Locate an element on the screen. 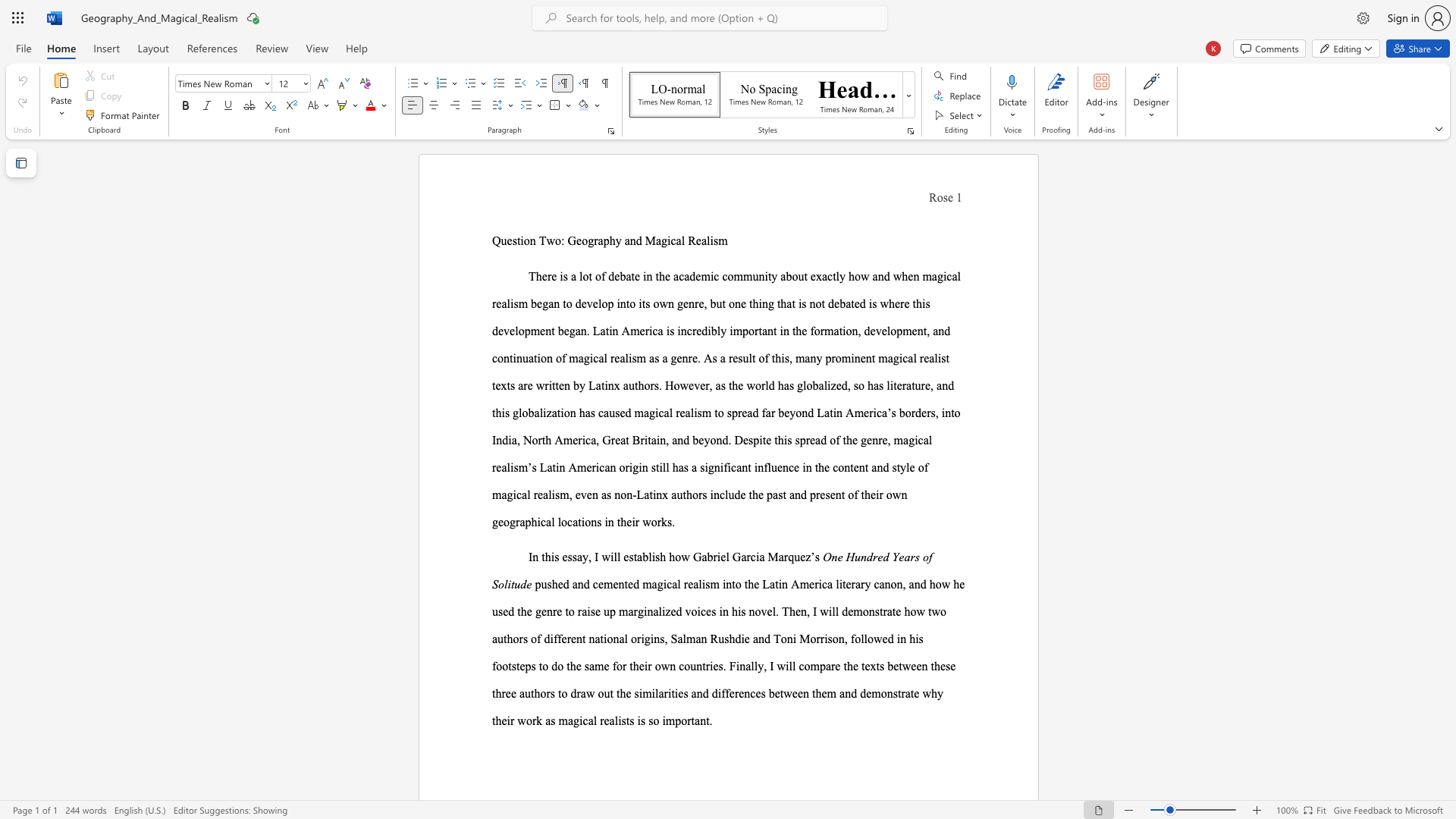  the subset text "te" within the text "demonstrate" is located at coordinates (892, 610).